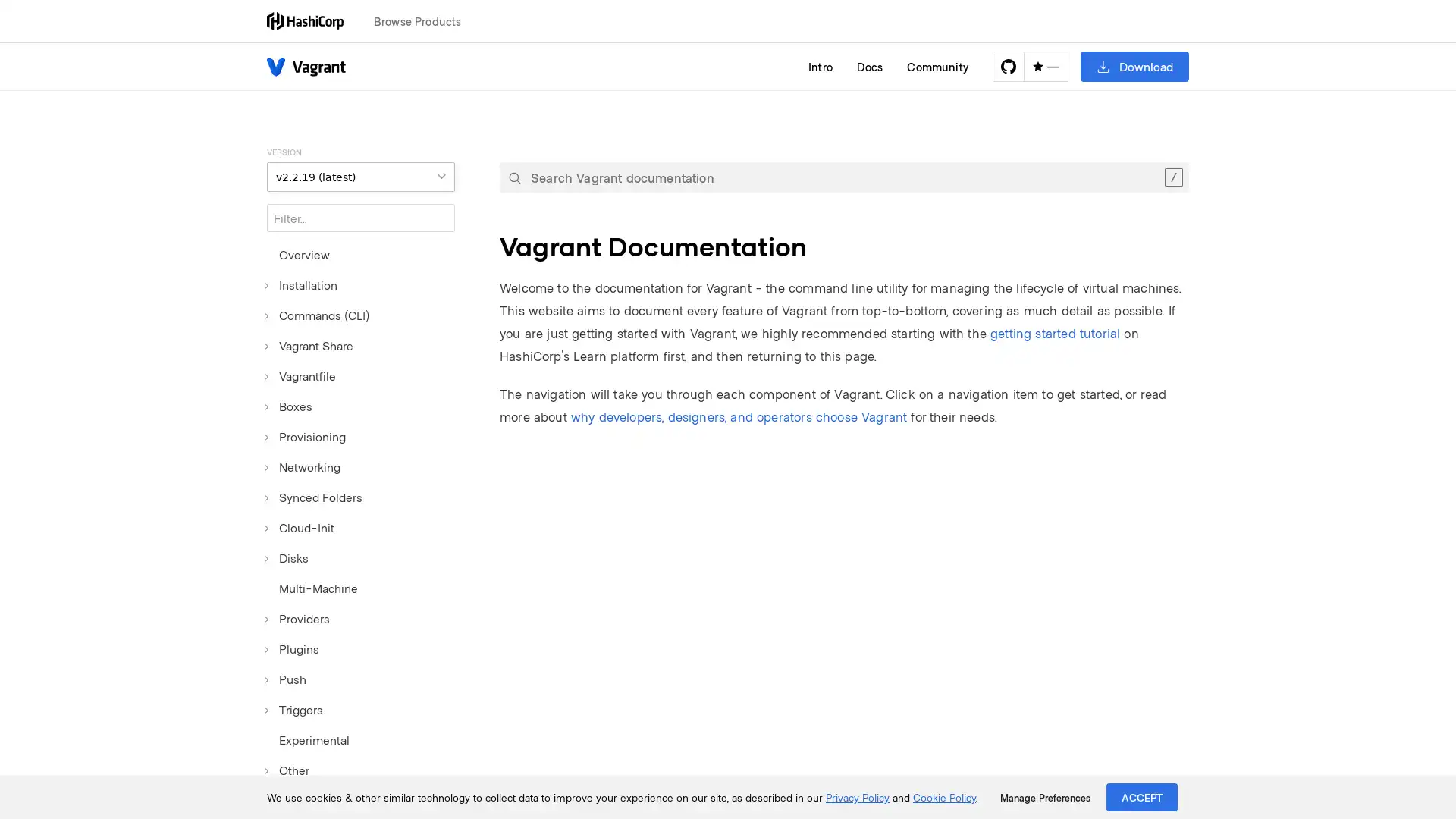 The height and width of the screenshot is (819, 1456). Describe the element at coordinates (303, 466) in the screenshot. I see `Networking` at that location.